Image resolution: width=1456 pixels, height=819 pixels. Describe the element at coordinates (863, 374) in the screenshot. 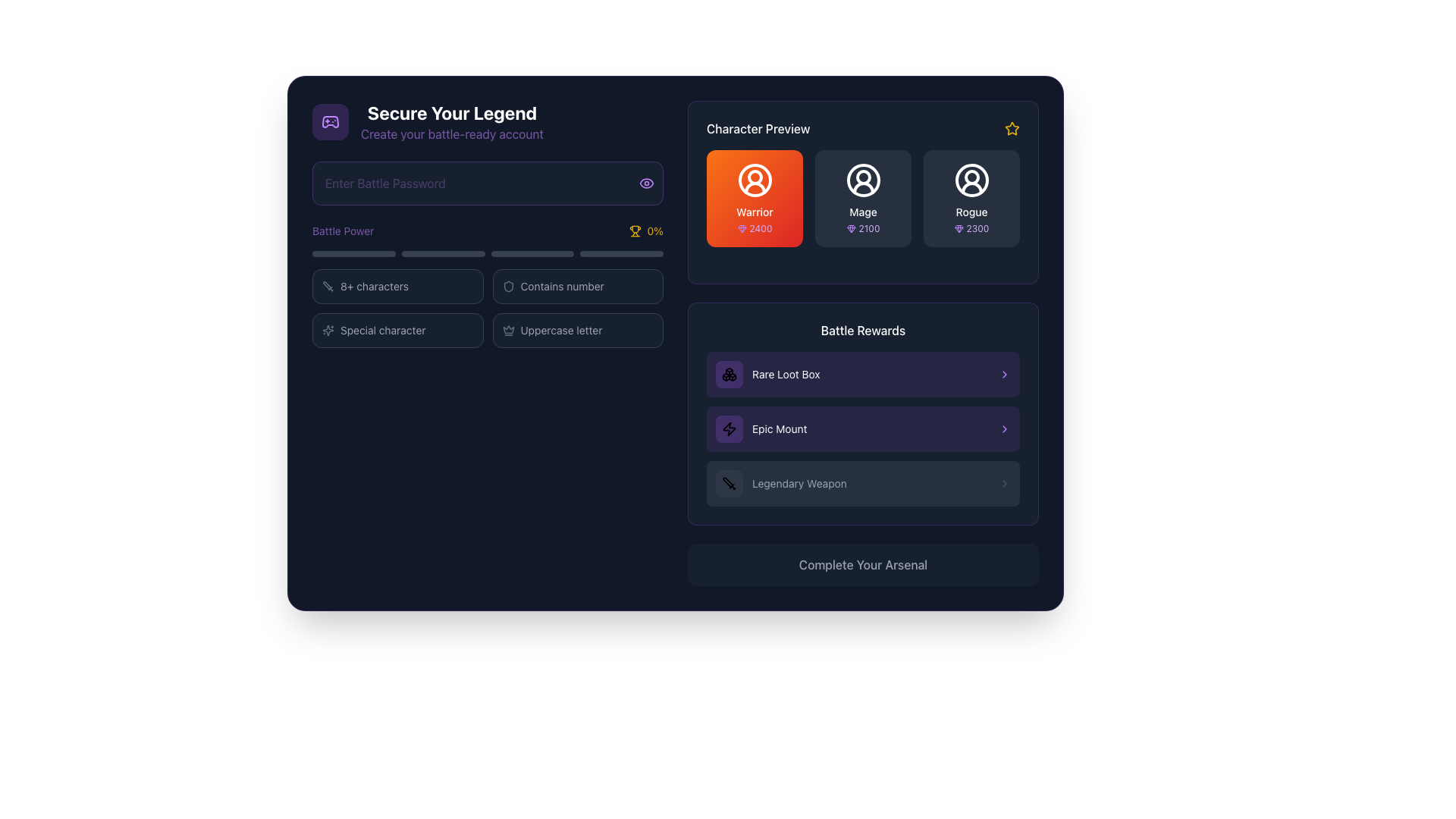

I see `the first selectable list item in the 'Battle Rewards' section` at that location.